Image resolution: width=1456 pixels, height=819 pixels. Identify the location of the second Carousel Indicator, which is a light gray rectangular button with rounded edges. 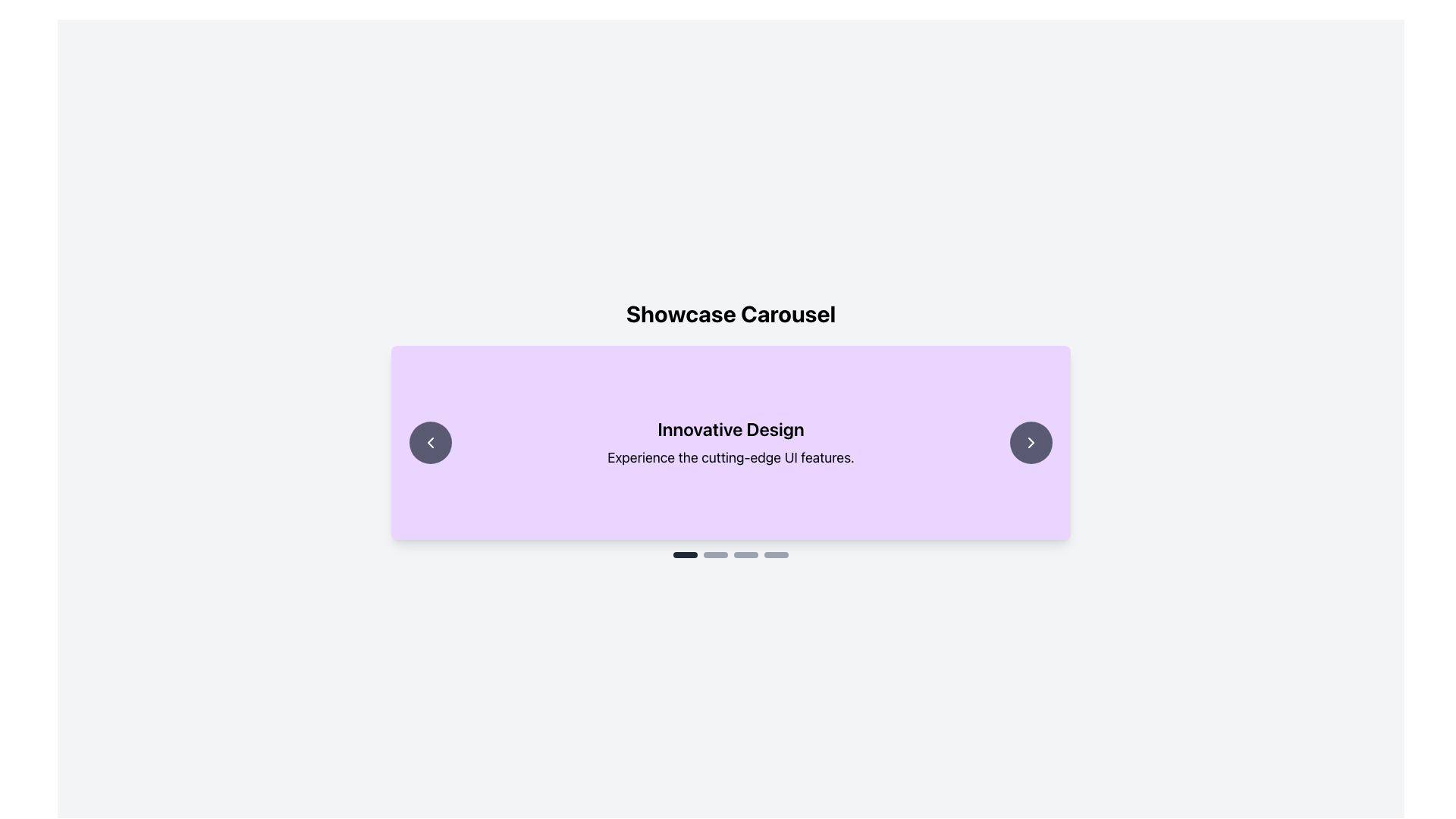
(715, 555).